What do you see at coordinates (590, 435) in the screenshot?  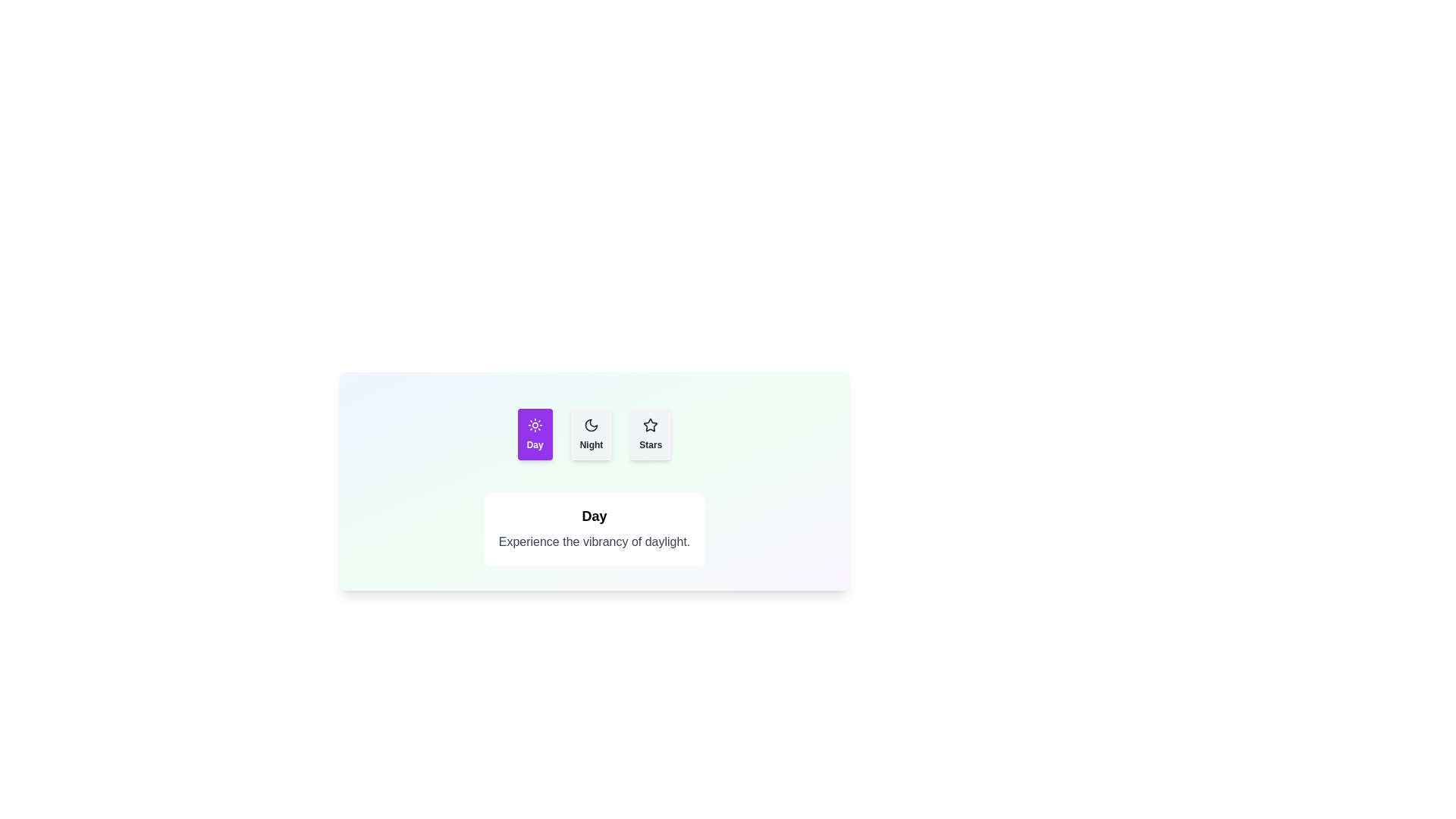 I see `the Night tab by clicking on its button` at bounding box center [590, 435].